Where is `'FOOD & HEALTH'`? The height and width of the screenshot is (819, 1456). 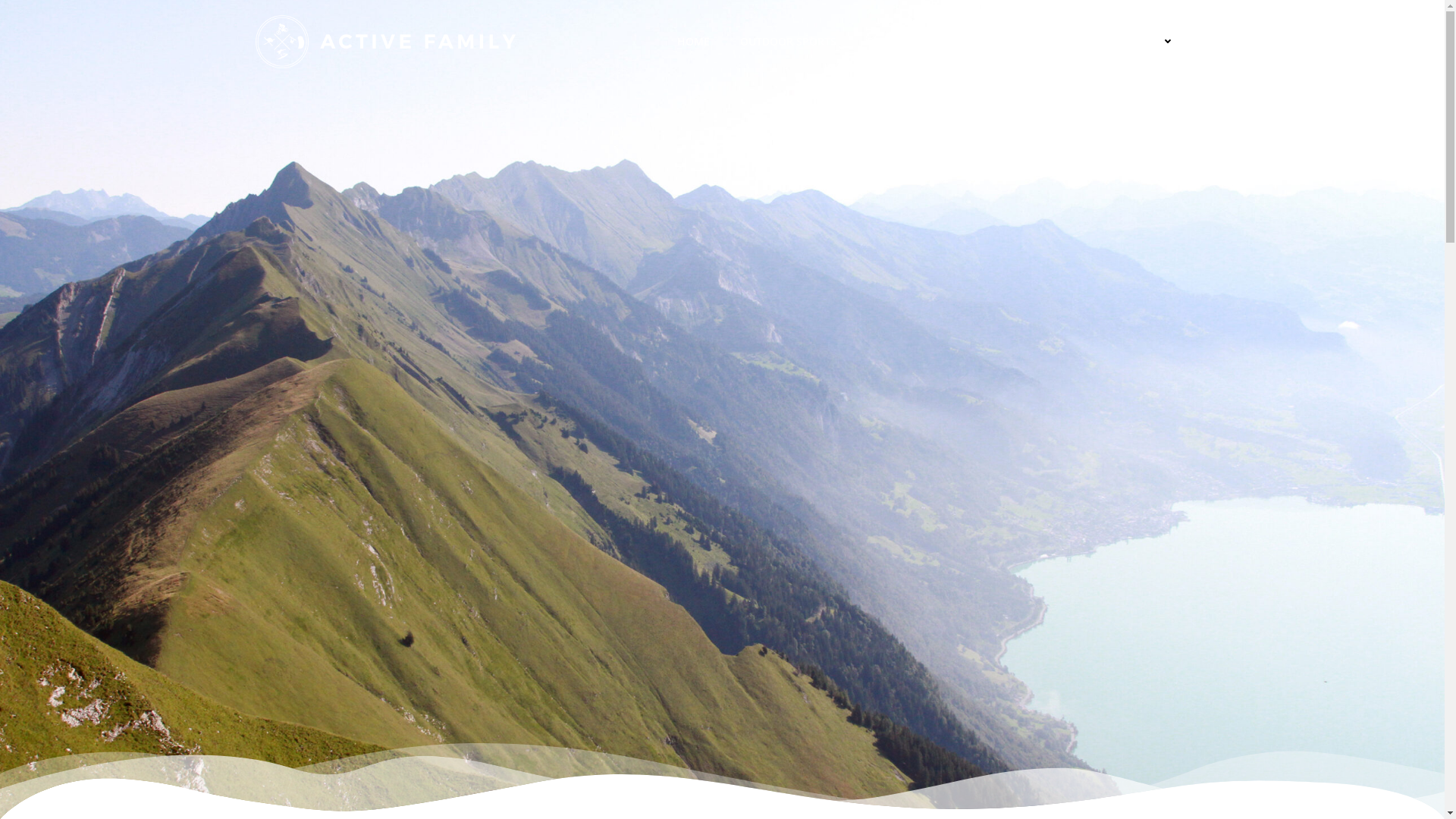
'FOOD & HEALTH' is located at coordinates (908, 40).